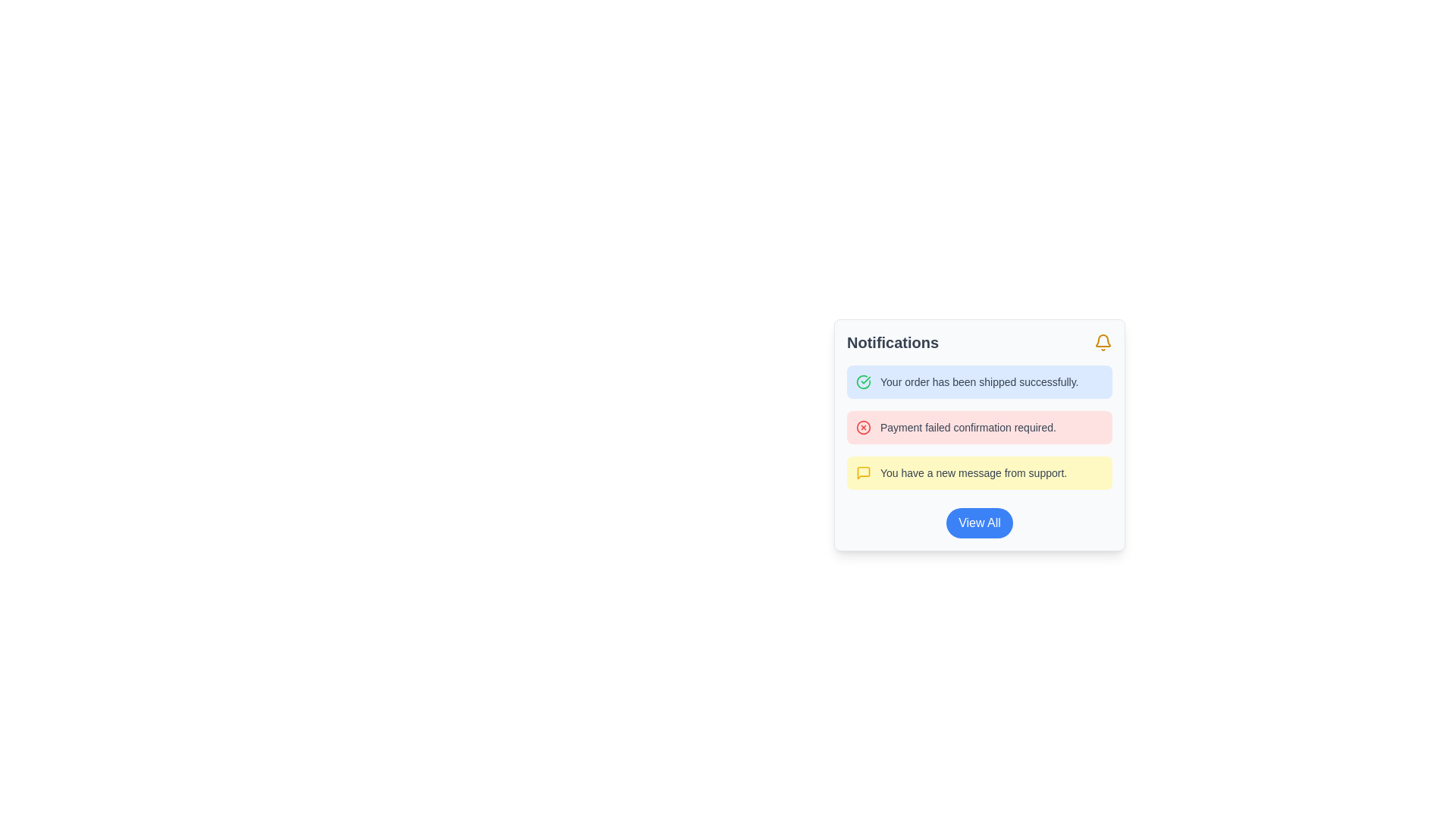  Describe the element at coordinates (979, 522) in the screenshot. I see `the blue 'View All' button located at the bottom of the notification card for visual feedback` at that location.